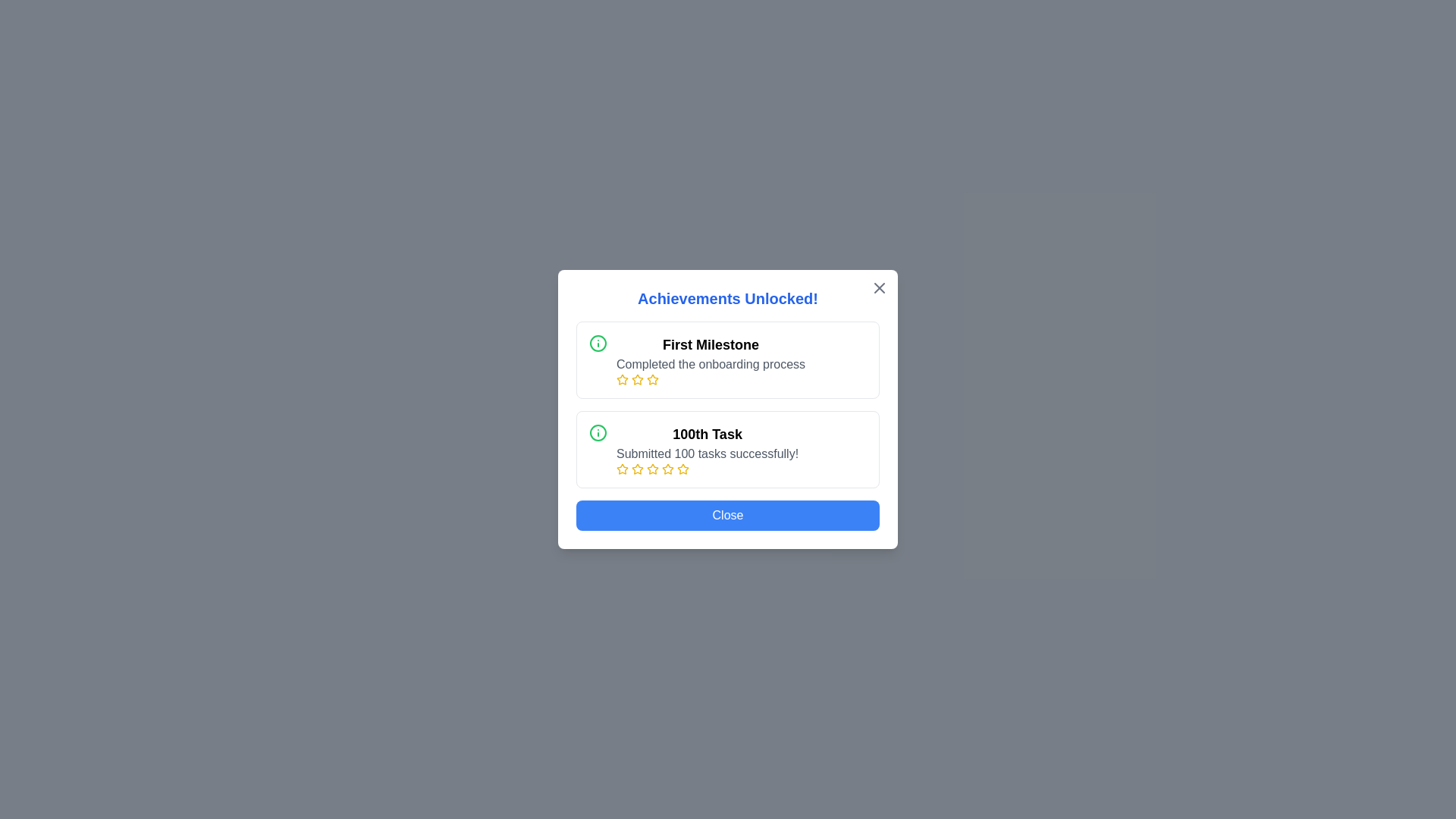 The height and width of the screenshot is (819, 1456). Describe the element at coordinates (622, 468) in the screenshot. I see `the third star icon in the second rating row under the subtitle '100th Task'` at that location.